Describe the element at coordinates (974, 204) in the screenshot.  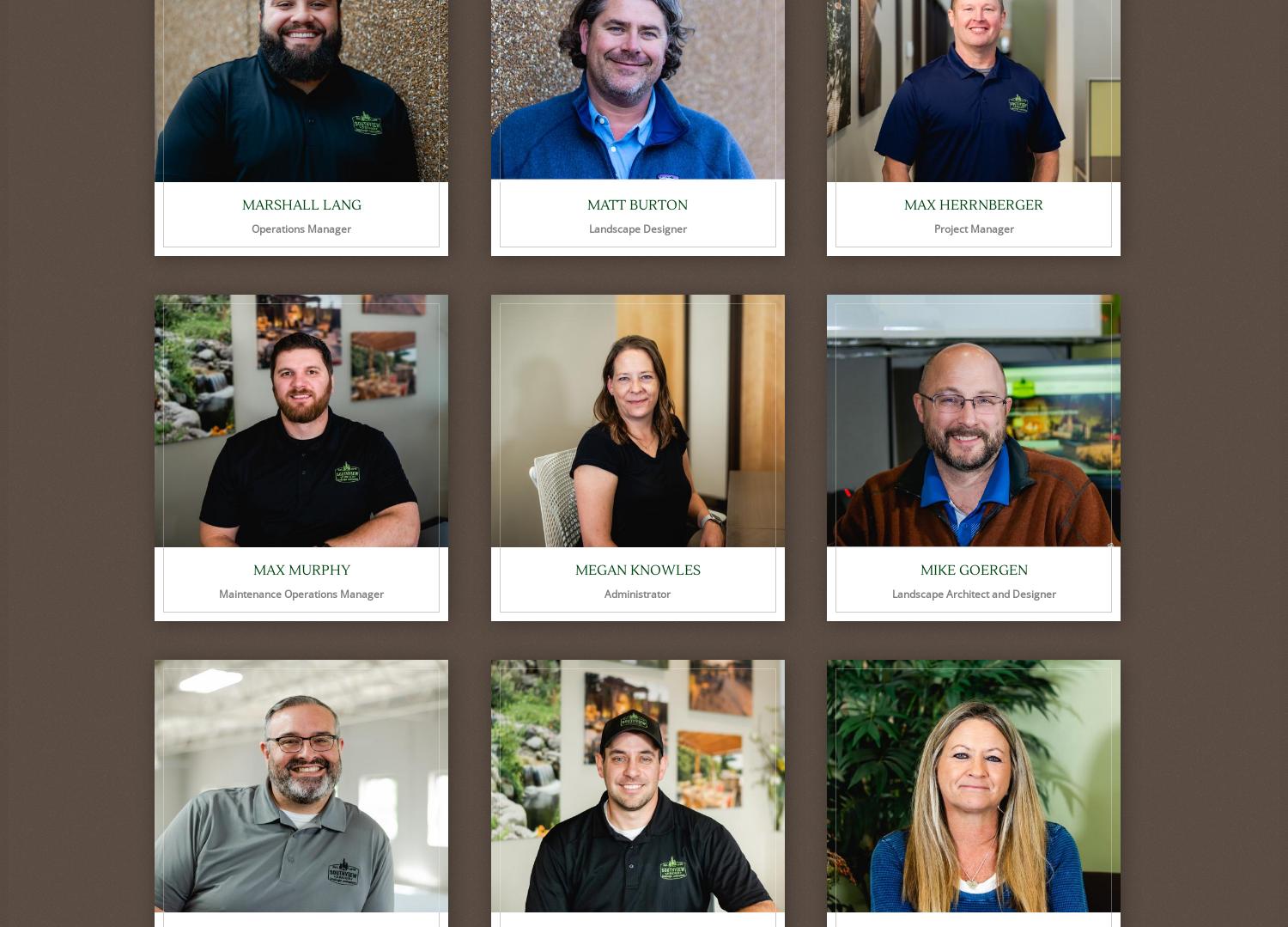
I see `'Max Herrnberger'` at that location.